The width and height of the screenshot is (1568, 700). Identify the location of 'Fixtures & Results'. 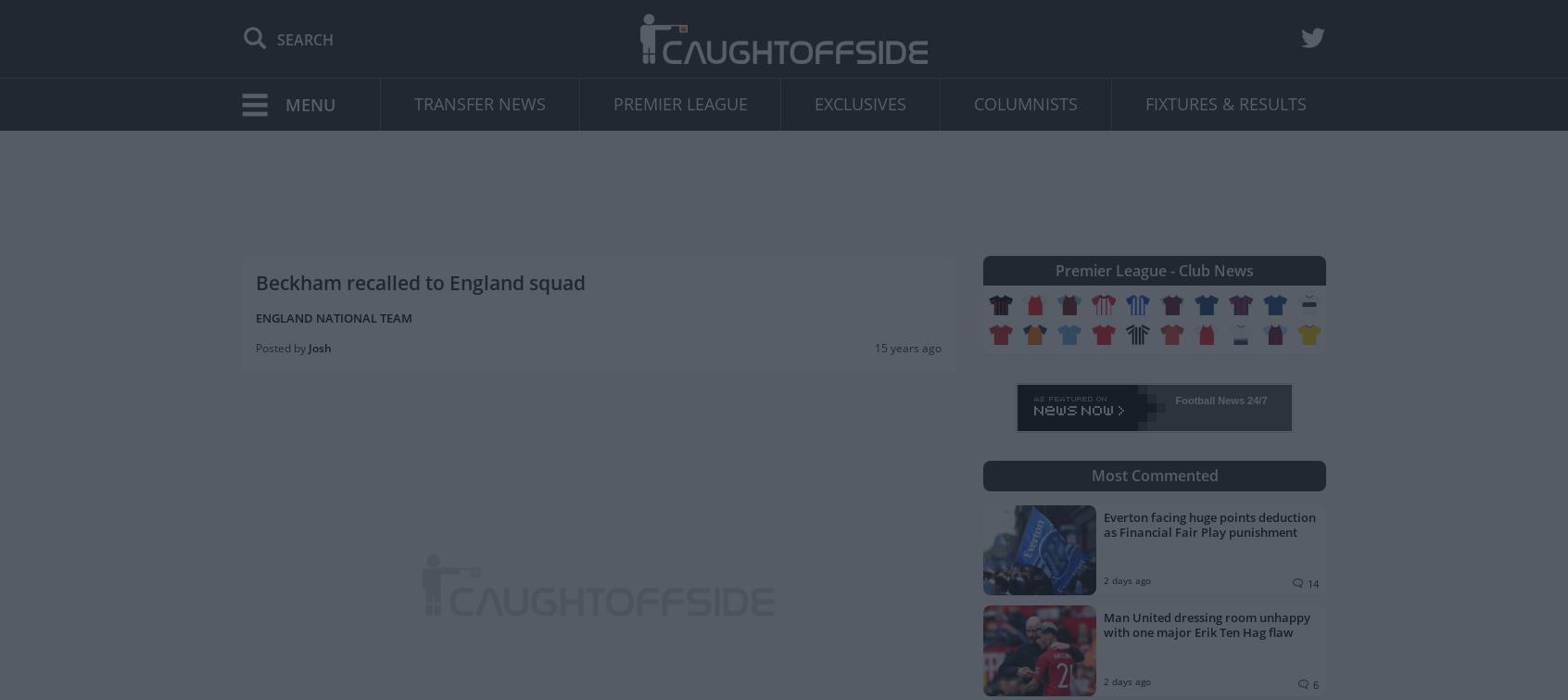
(1224, 103).